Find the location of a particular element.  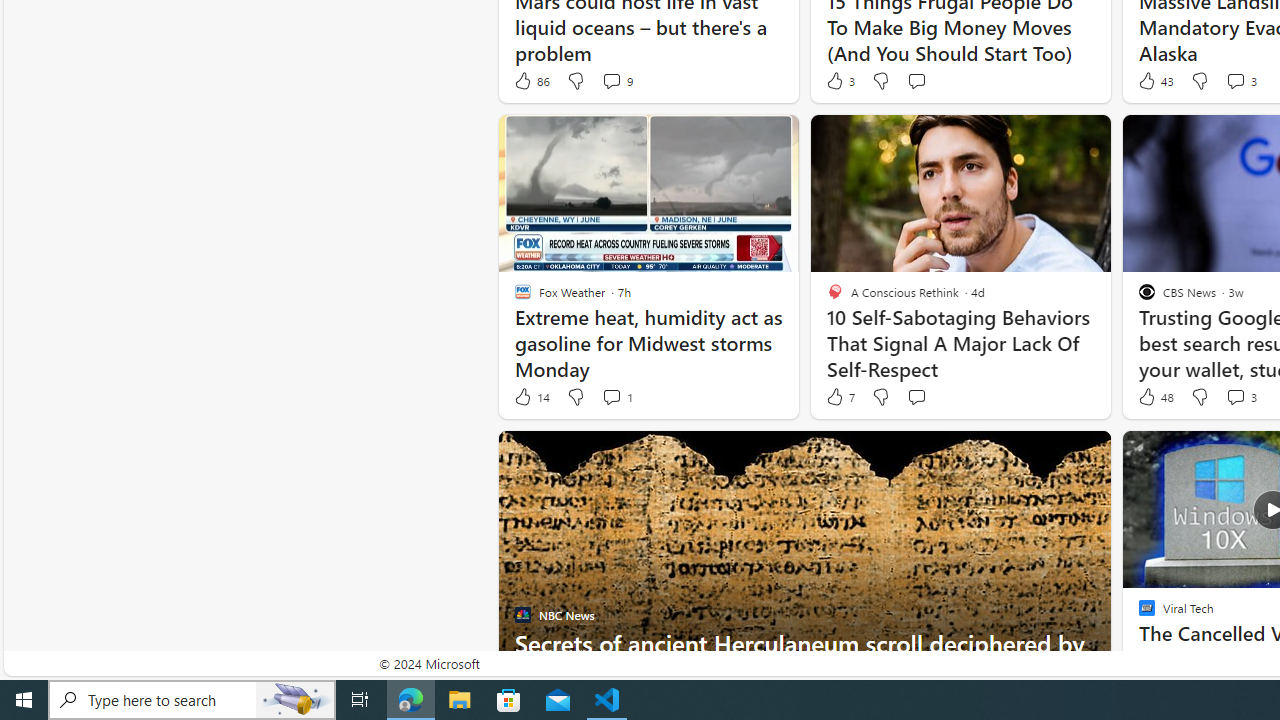

'View comments 9 Comment' is located at coordinates (615, 80).